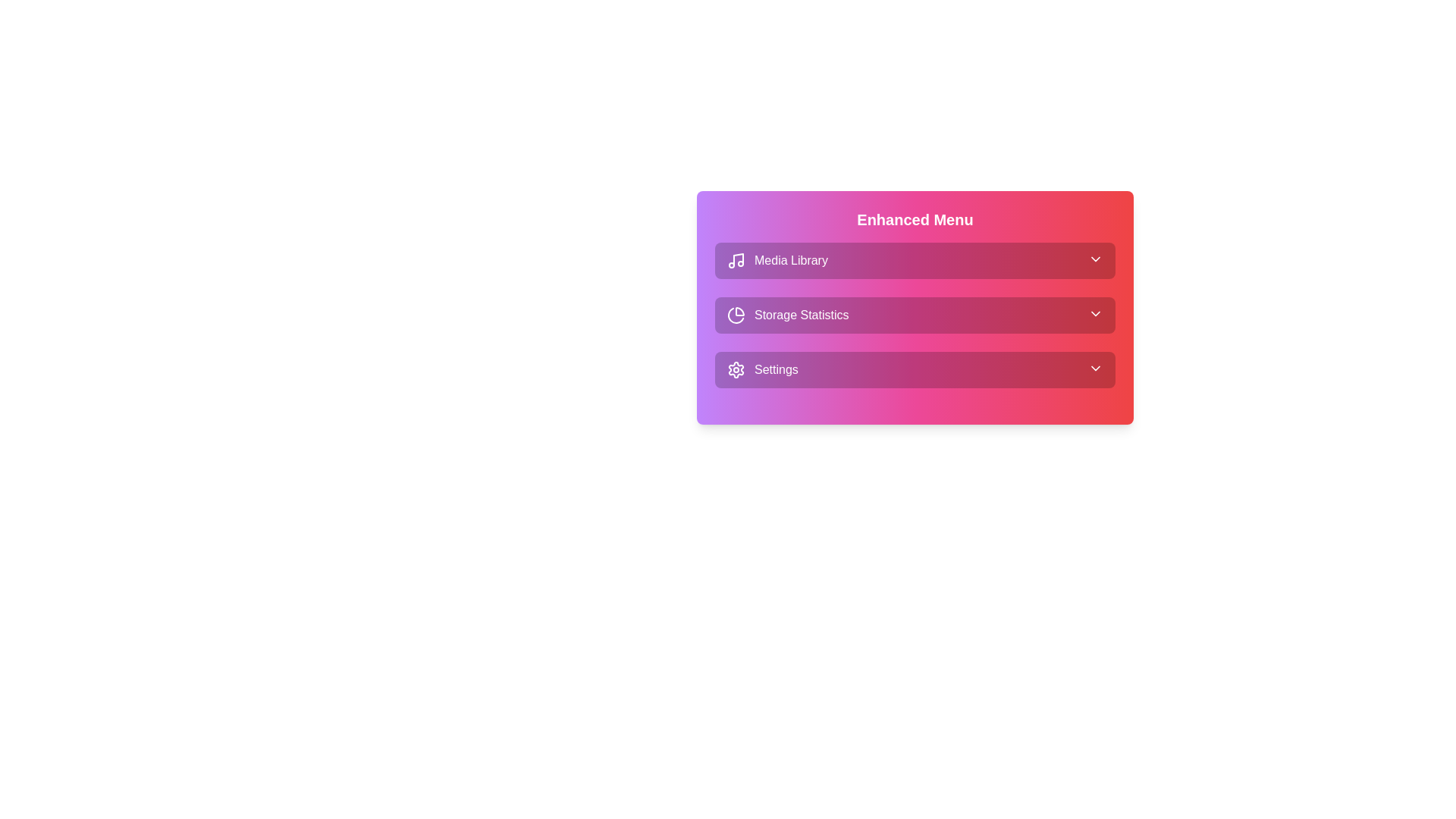 The image size is (1456, 819). What do you see at coordinates (777, 259) in the screenshot?
I see `the 'Media Library' menu option in the 'Enhanced Menu'` at bounding box center [777, 259].